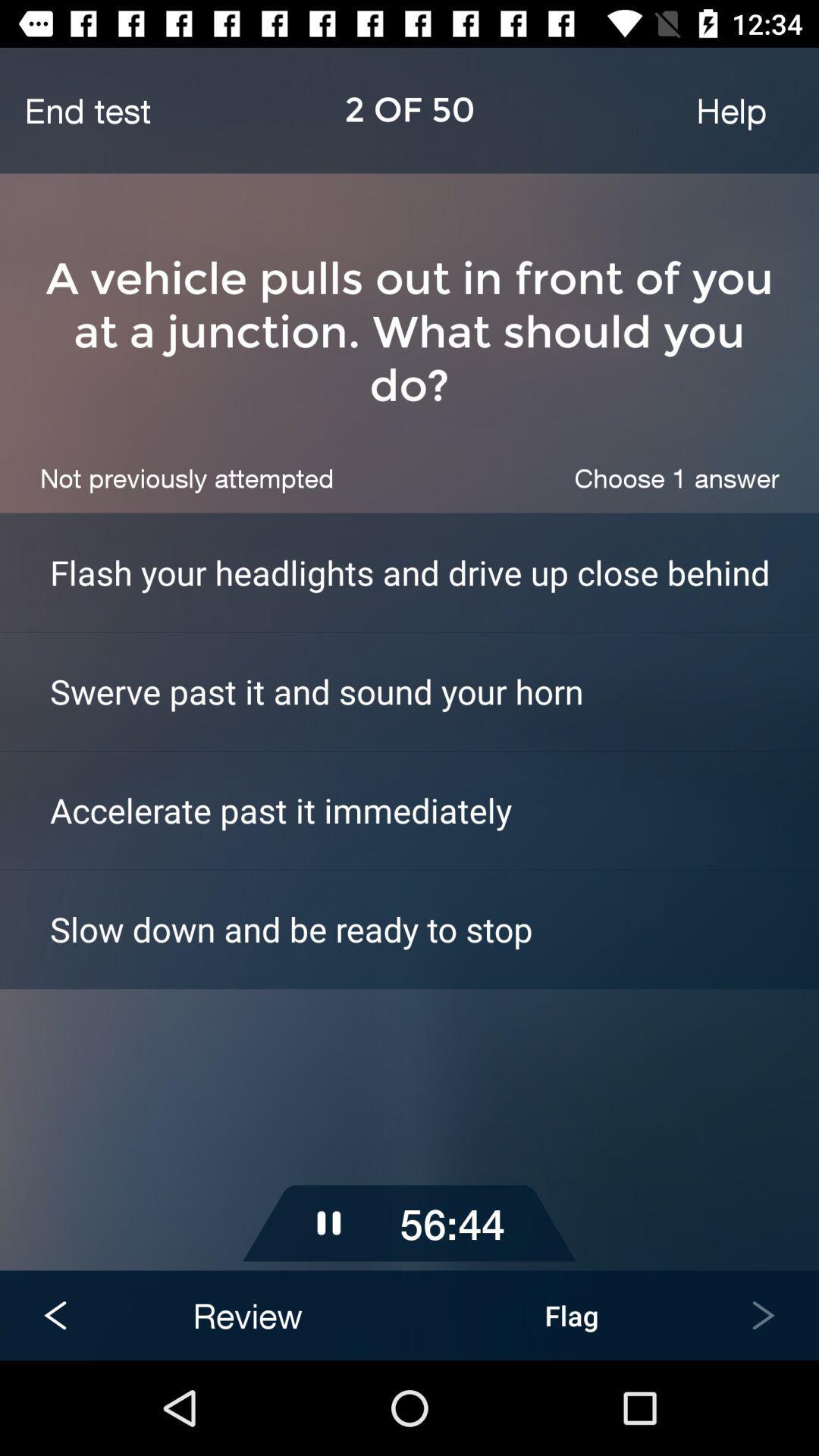 This screenshot has width=819, height=1456. Describe the element at coordinates (246, 1314) in the screenshot. I see `the icon next to flag item` at that location.